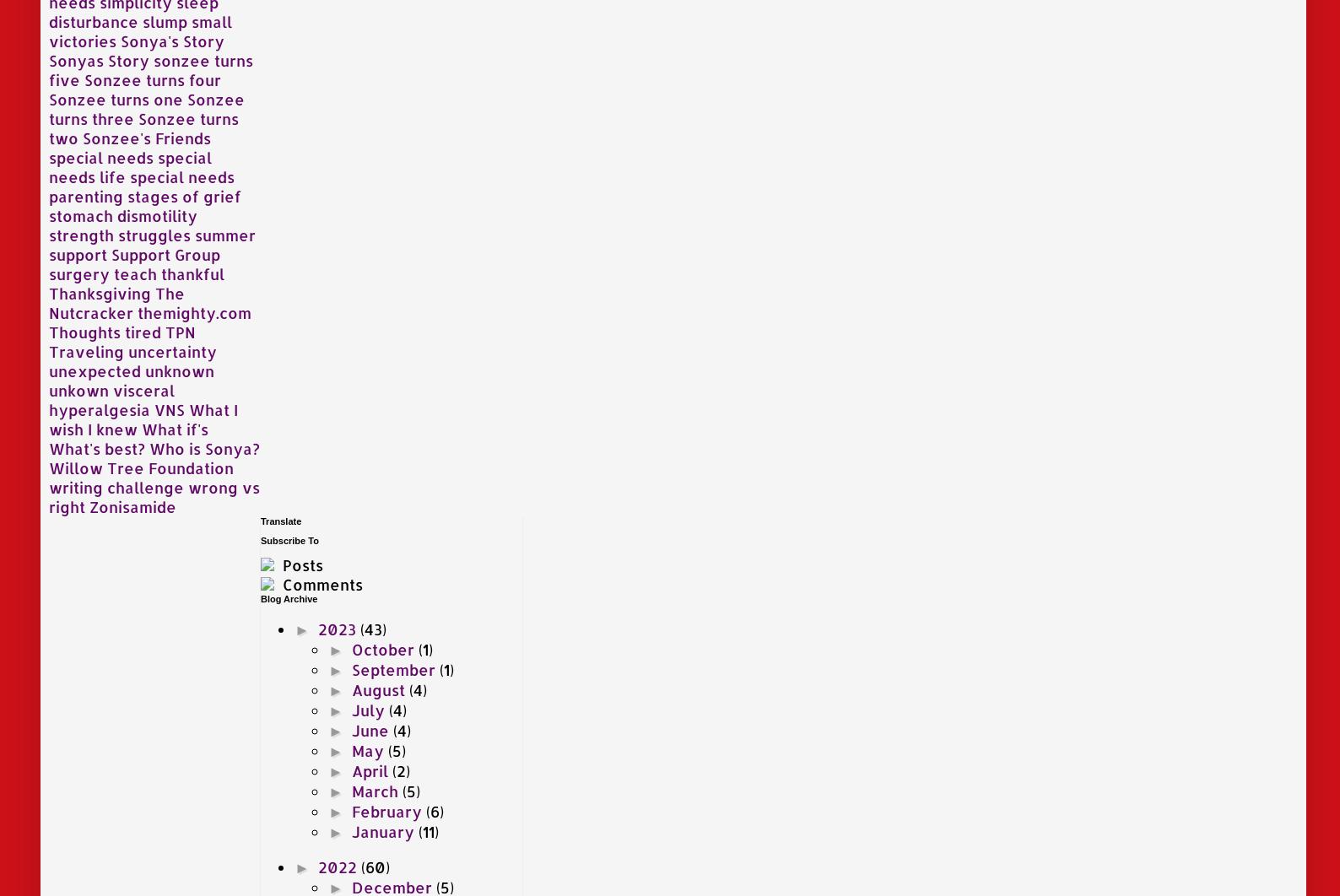 The image size is (1340, 896). I want to click on 'April', so click(371, 769).